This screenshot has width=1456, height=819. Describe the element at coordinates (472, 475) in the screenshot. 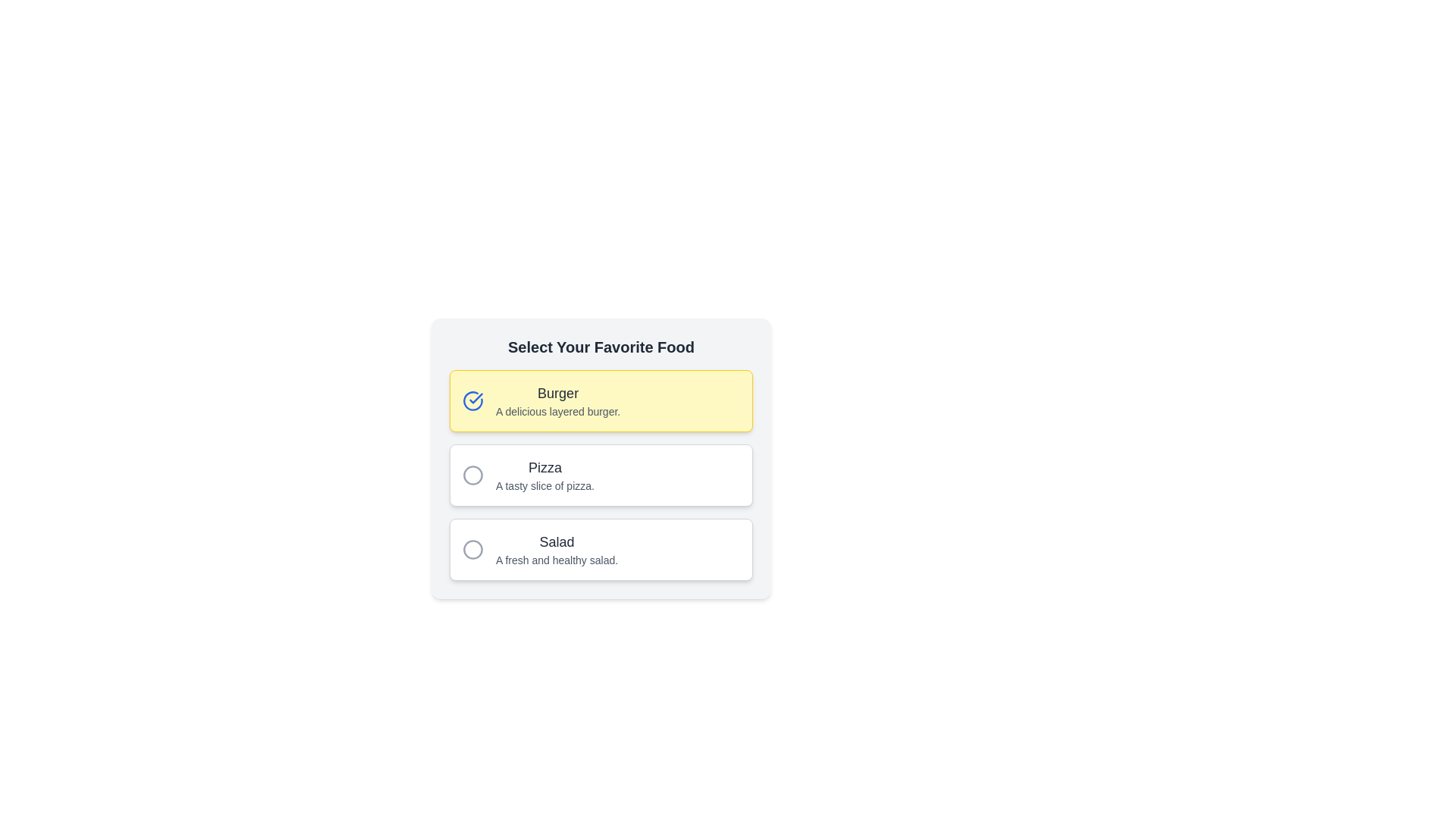

I see `the circular radio button indicator located in the second option row titled 'Pizza'` at that location.